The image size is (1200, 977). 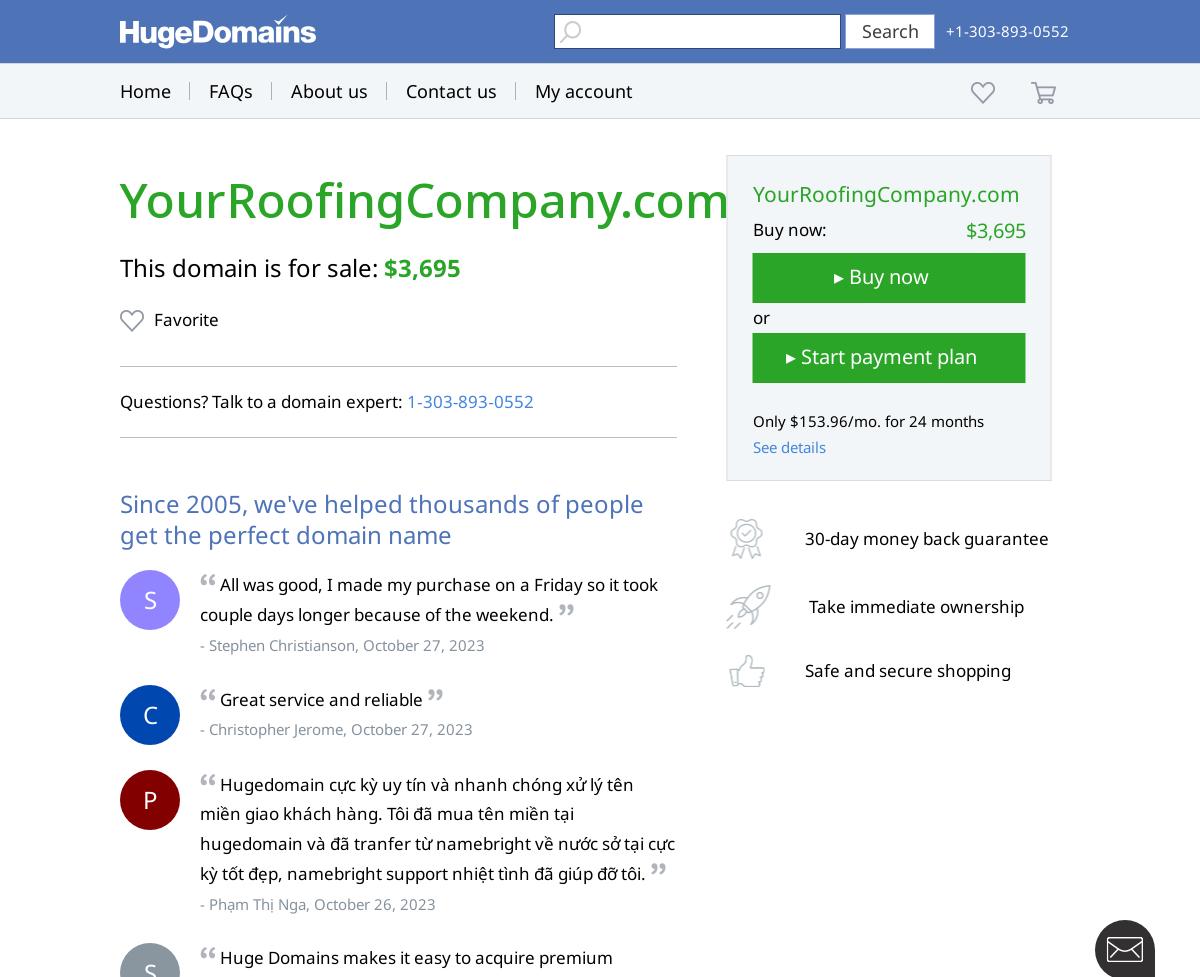 I want to click on 'My account', so click(x=583, y=90).